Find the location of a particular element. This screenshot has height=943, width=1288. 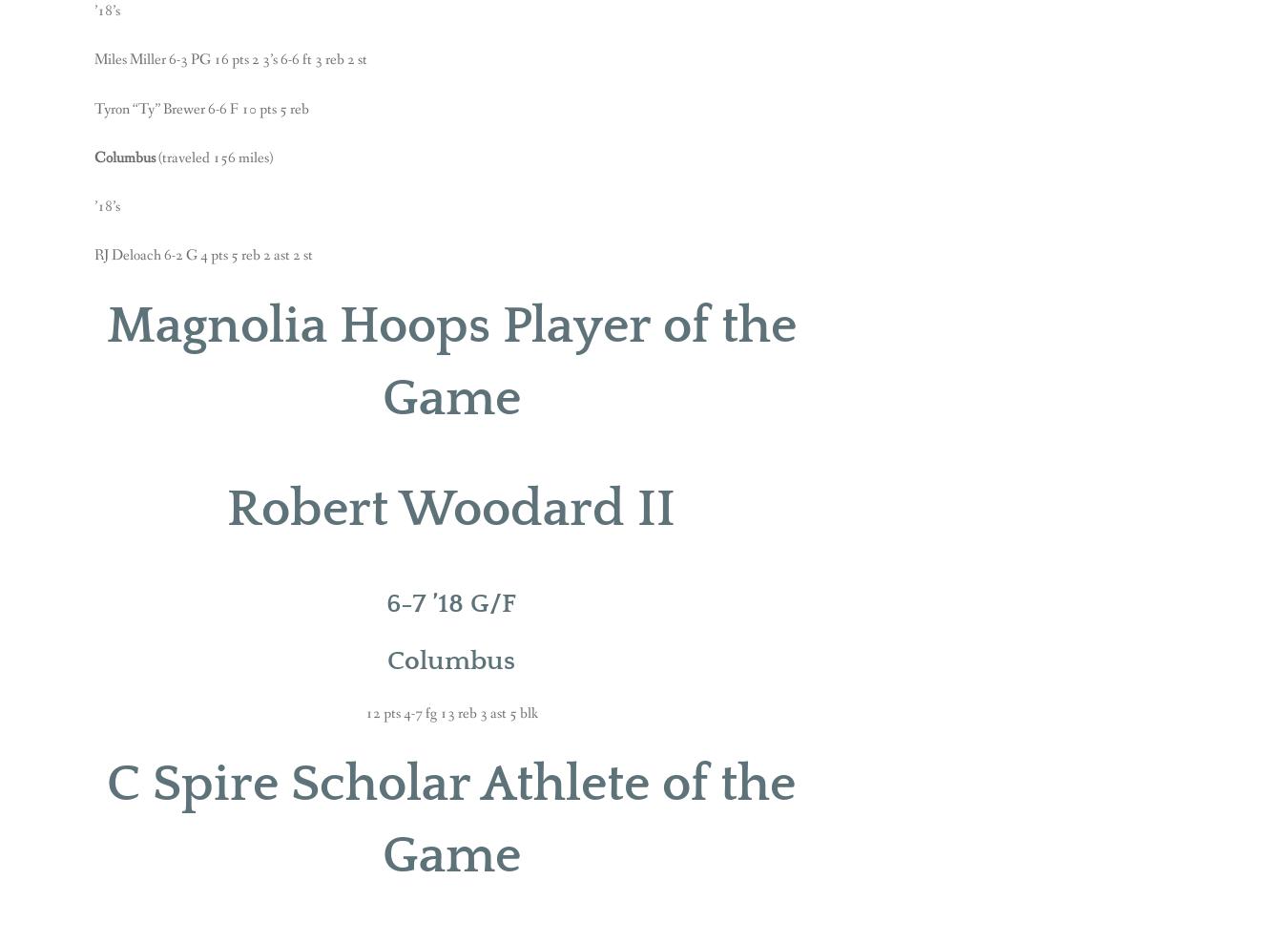

'Tyron “Ty” Brewer 6-6 F 10 pts 5 reb' is located at coordinates (201, 108).